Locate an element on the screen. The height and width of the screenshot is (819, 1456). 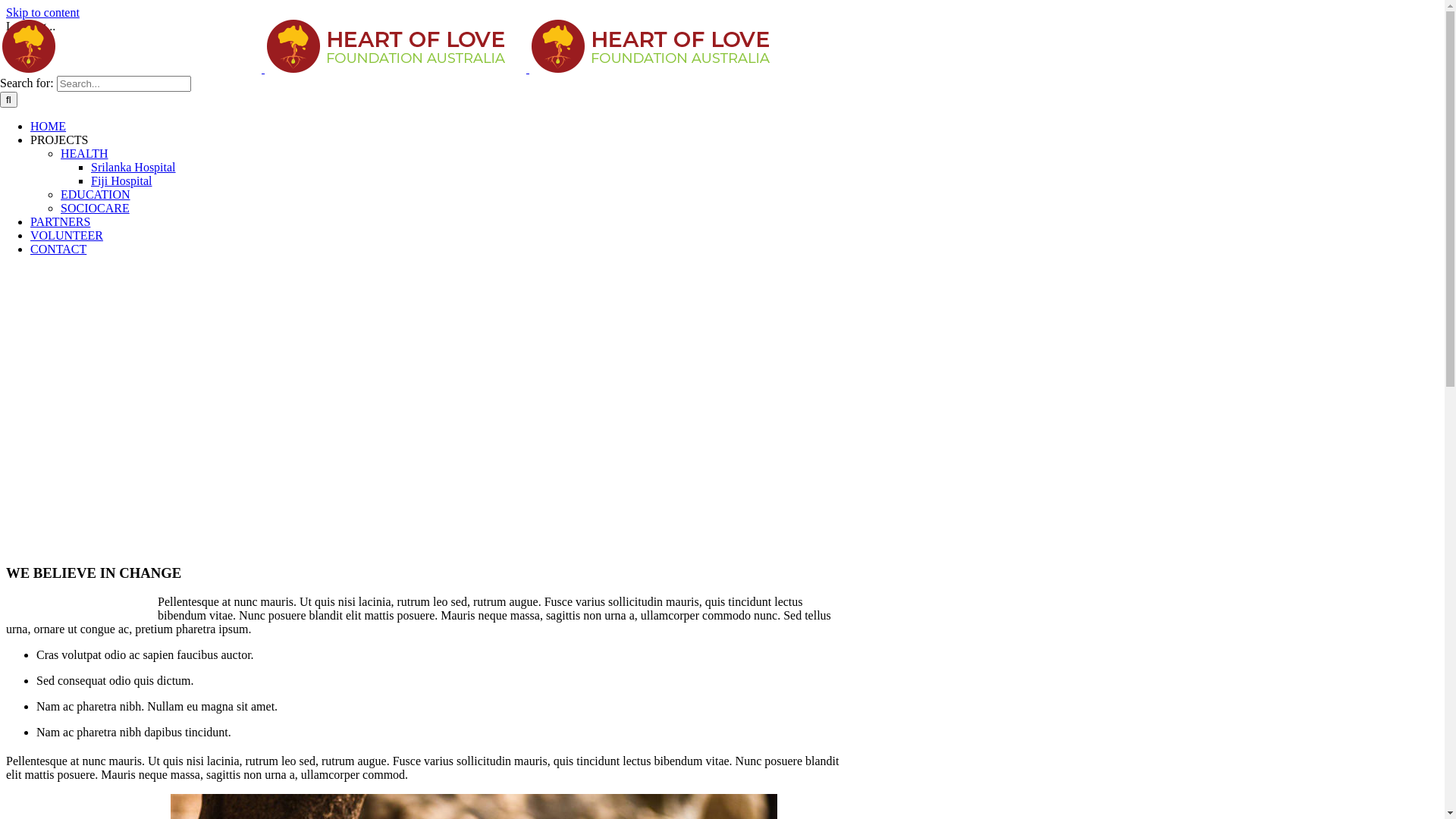
'HOME' is located at coordinates (48, 125).